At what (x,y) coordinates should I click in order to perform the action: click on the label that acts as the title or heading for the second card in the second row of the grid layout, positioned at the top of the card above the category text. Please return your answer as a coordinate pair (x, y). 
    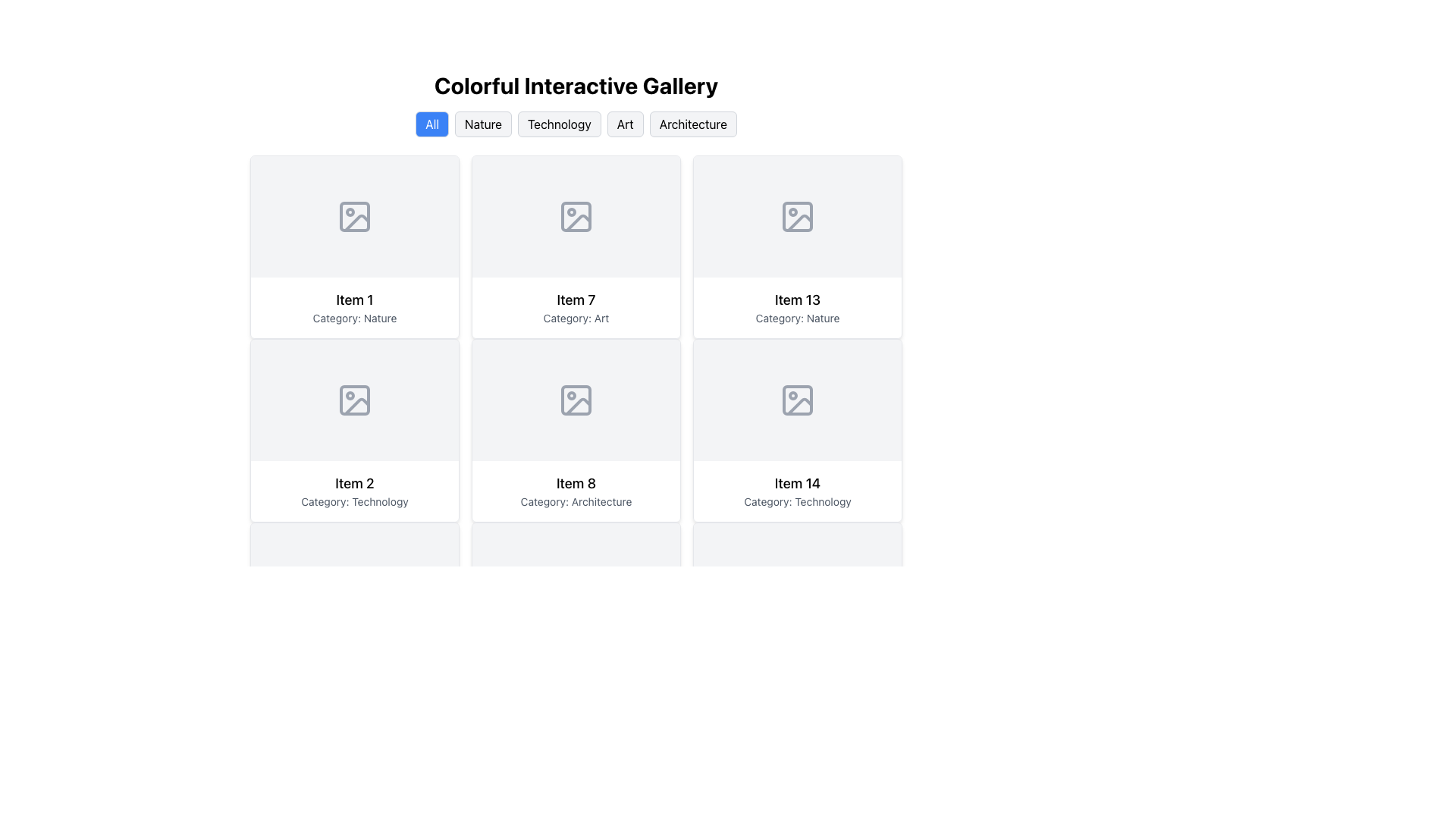
    Looking at the image, I should click on (575, 300).